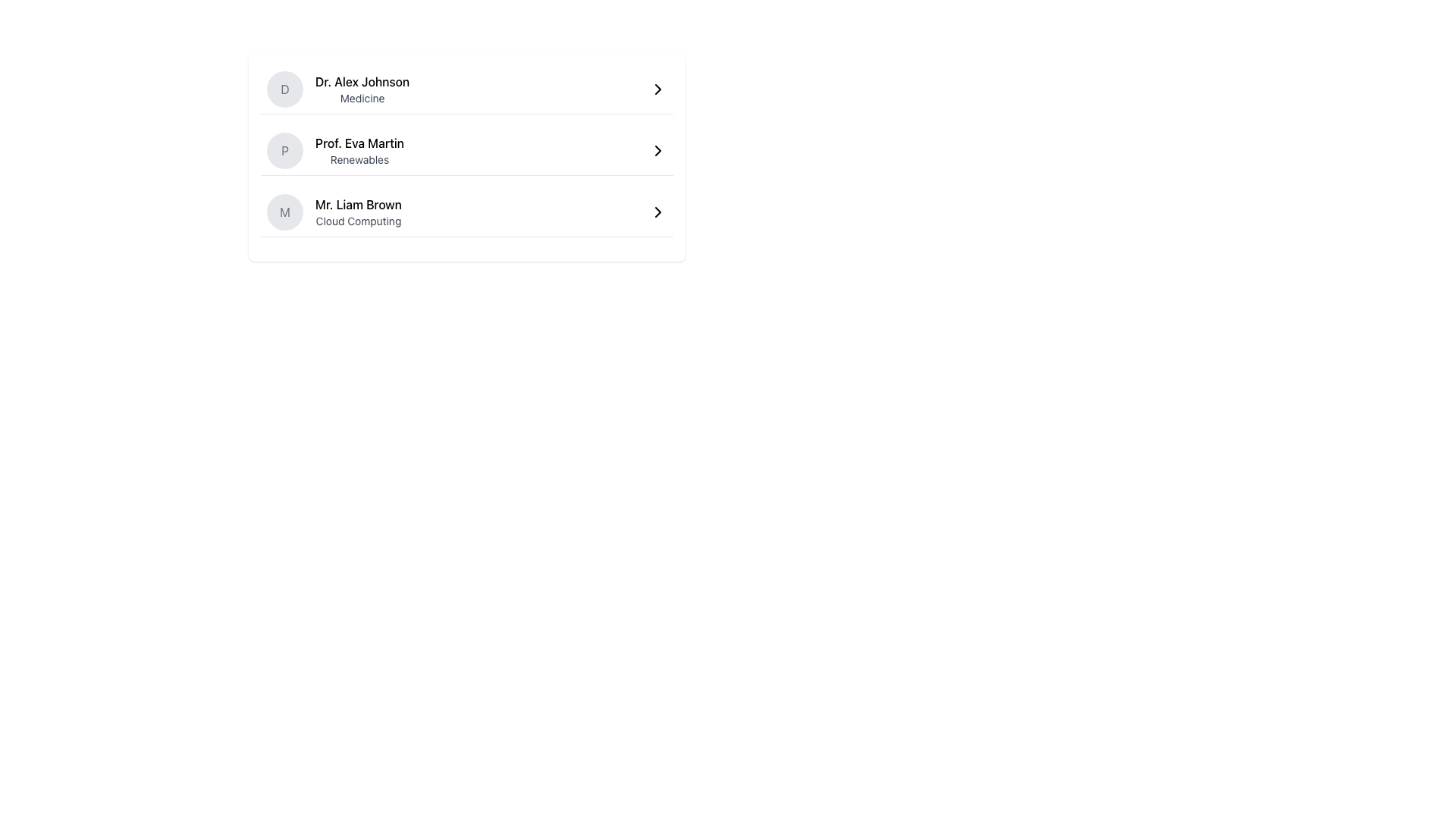  I want to click on name and field information displayed in the text element located between 'Dr. Alex Johnson' and 'Mr. Liam Brown', immediately to the right of the circular icon marked with 'P', so click(359, 151).